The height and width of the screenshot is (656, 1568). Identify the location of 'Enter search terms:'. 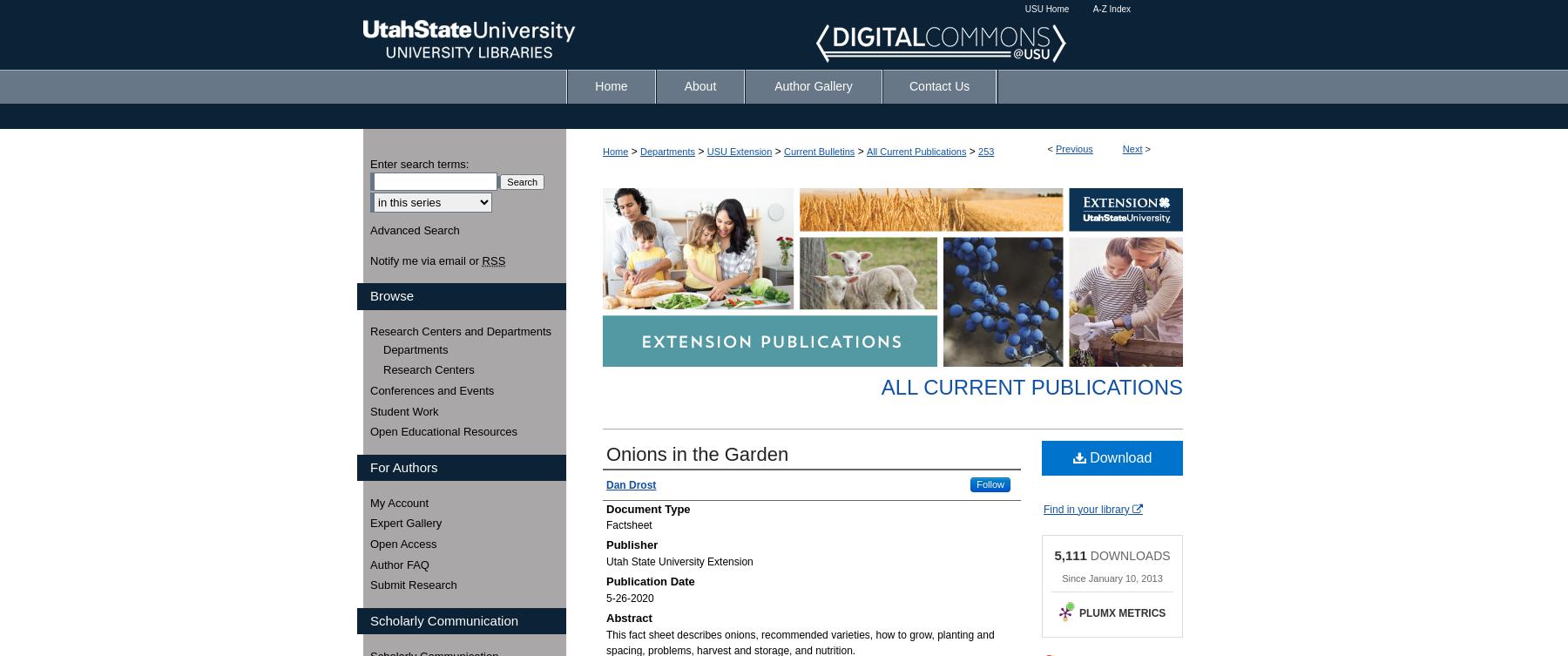
(418, 163).